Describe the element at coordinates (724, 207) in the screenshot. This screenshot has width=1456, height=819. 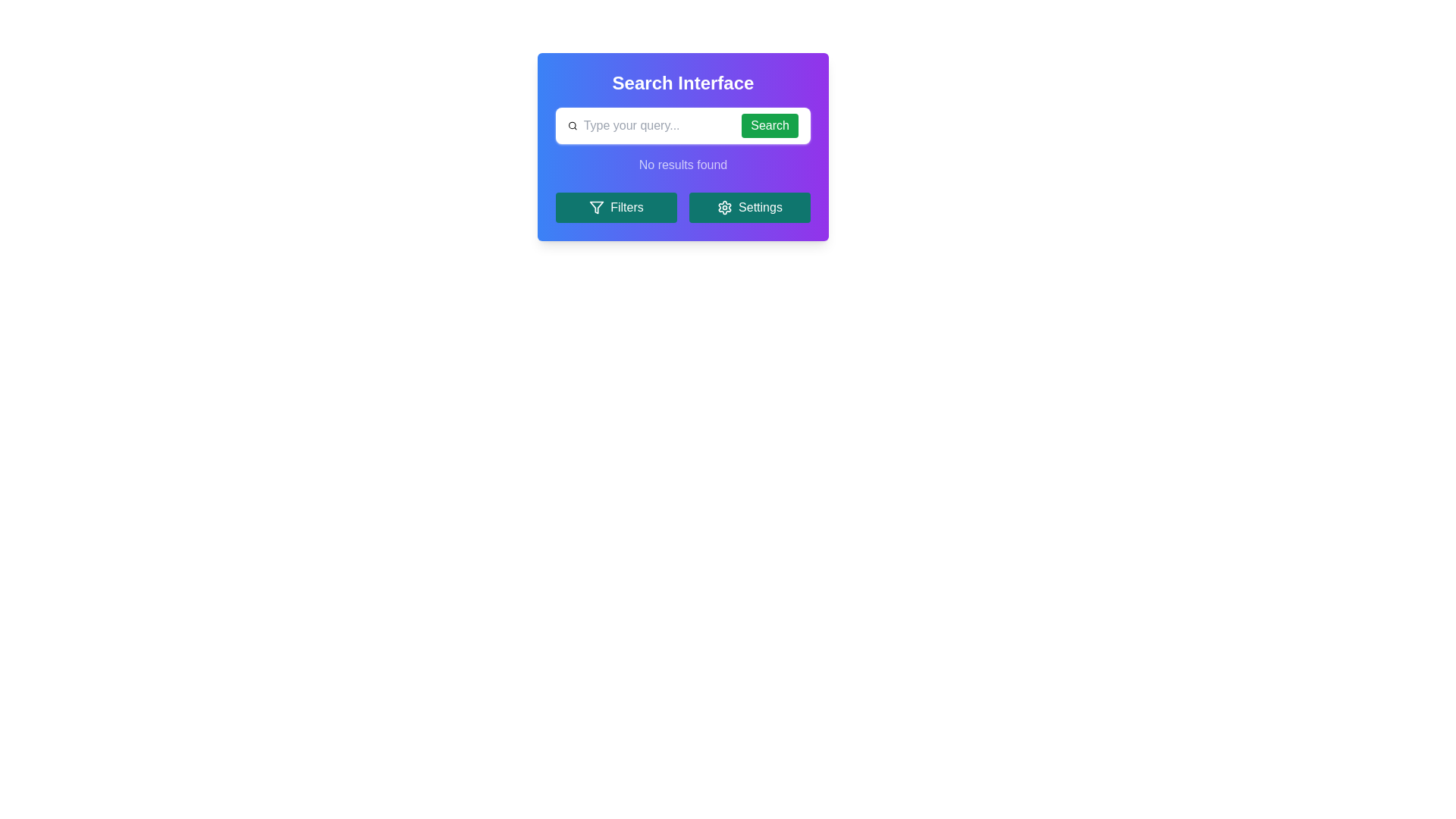
I see `gear-like settings icon located within the 'Settings' button in the bottom-right section of the central overlay panel` at that location.